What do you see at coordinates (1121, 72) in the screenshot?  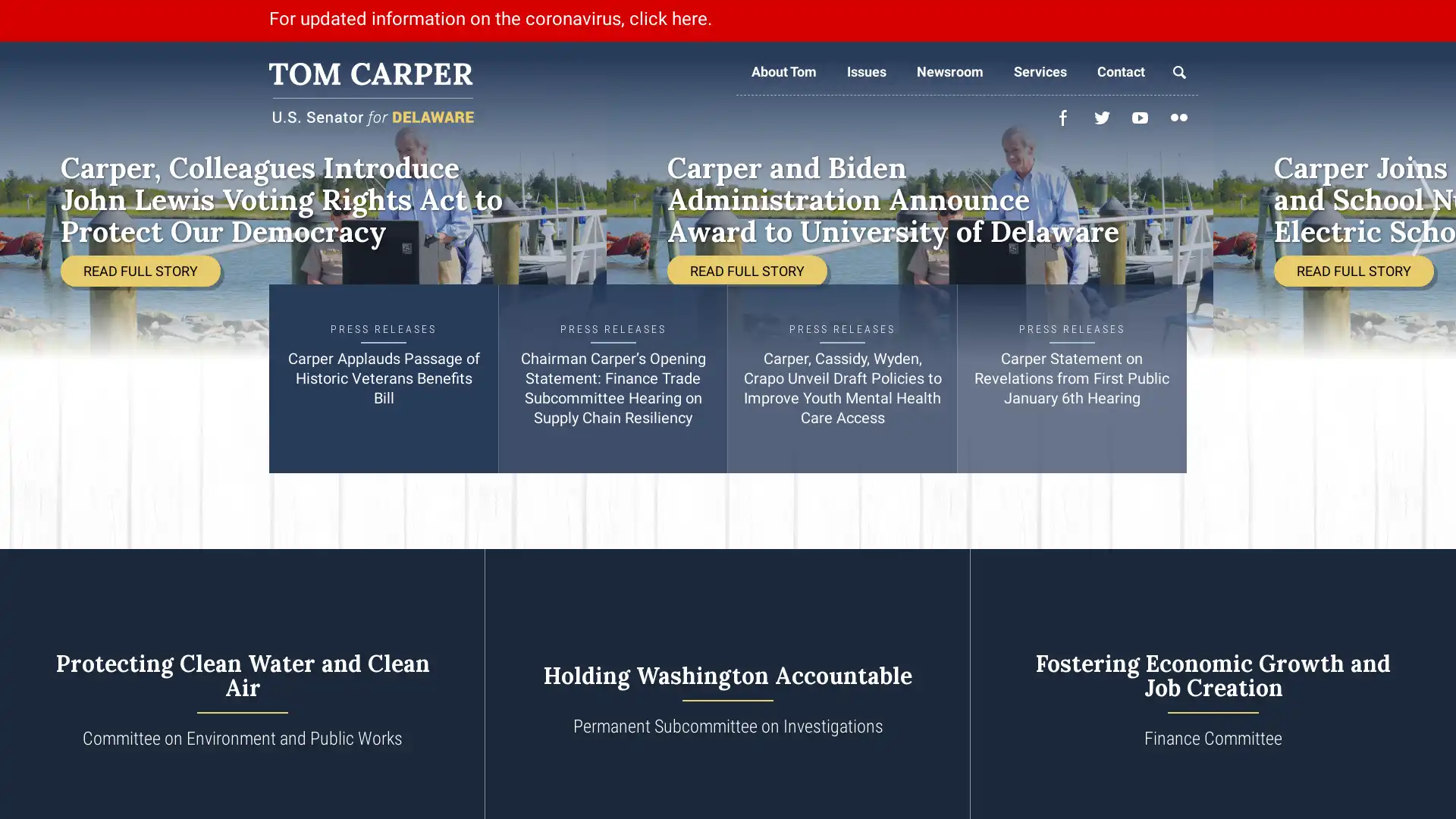 I see `Contact` at bounding box center [1121, 72].